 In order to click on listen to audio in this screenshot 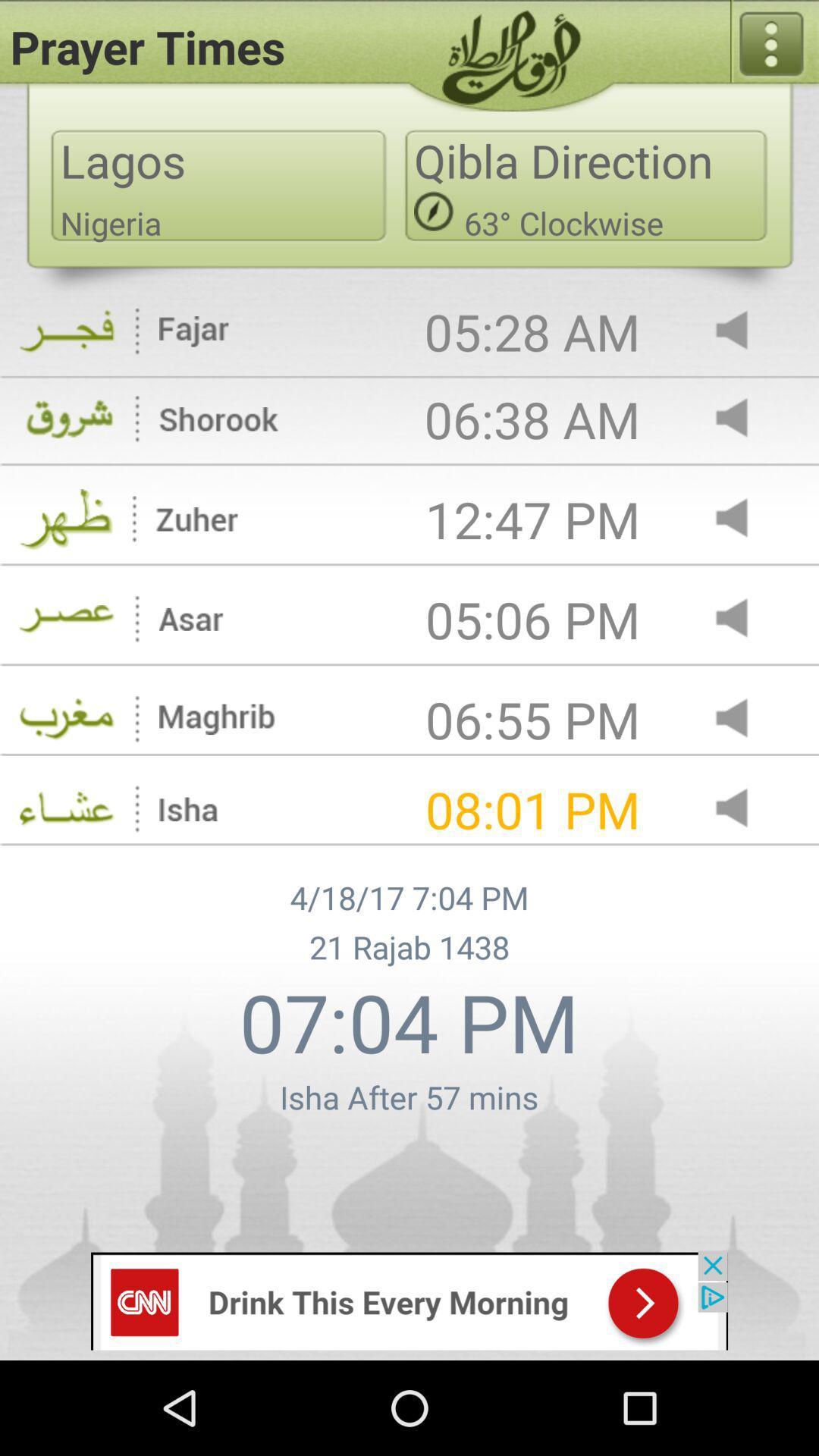, I will do `click(744, 331)`.